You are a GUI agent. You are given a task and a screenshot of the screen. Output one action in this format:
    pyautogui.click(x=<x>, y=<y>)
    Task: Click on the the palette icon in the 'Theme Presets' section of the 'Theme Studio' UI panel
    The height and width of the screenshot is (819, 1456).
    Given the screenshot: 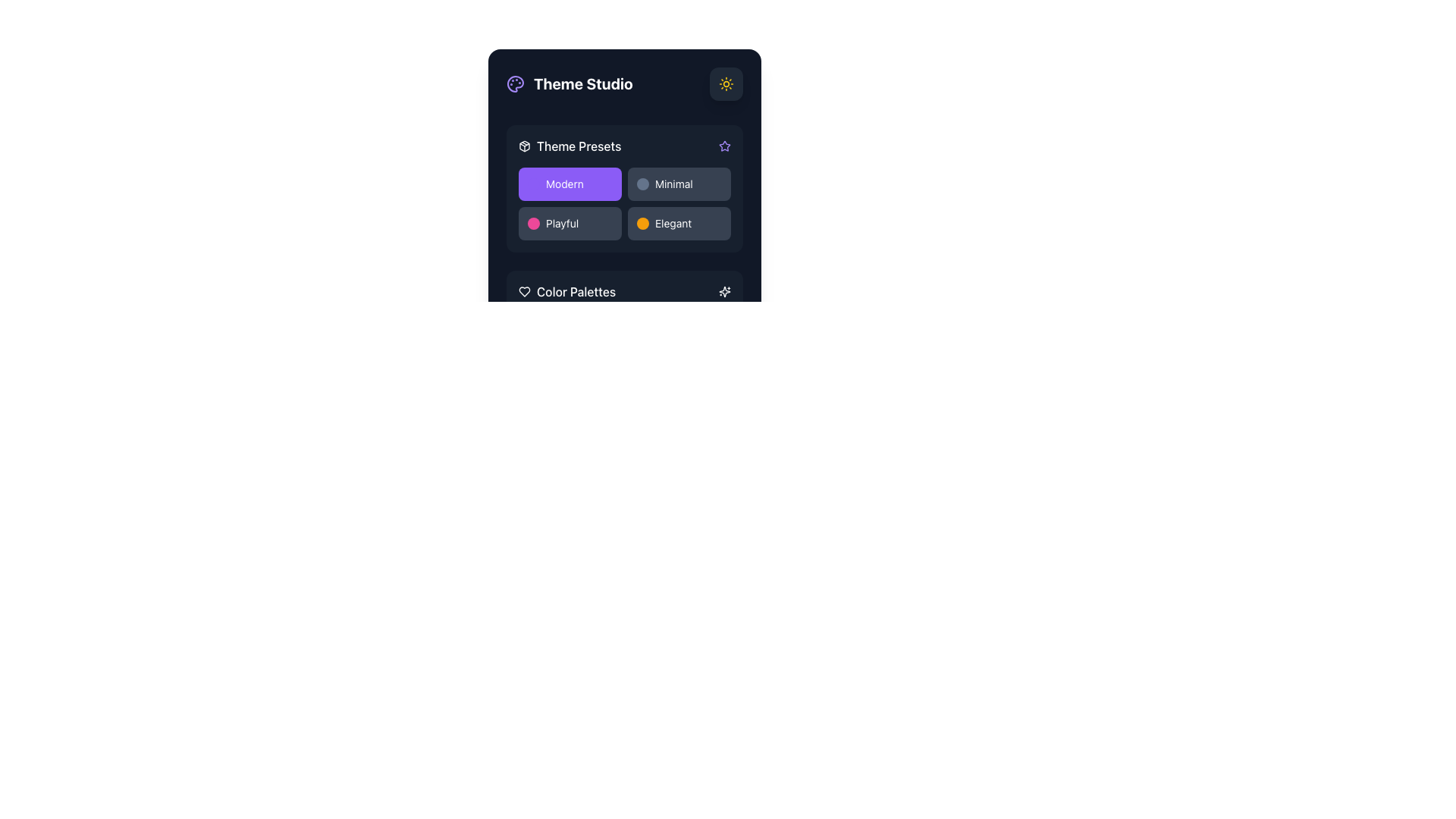 What is the action you would take?
    pyautogui.click(x=516, y=84)
    